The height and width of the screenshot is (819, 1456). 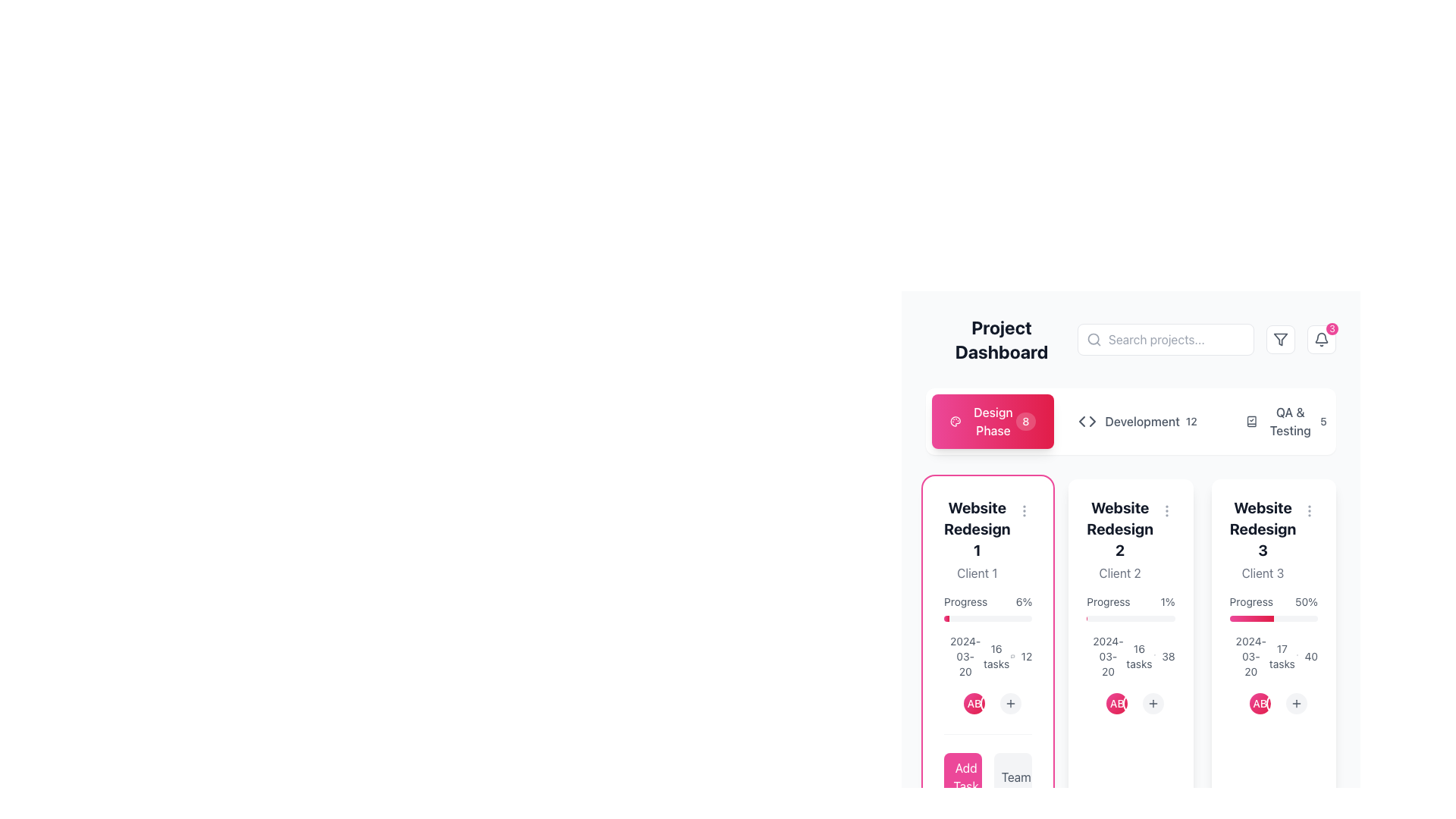 I want to click on the interactive button that adds a new action or item in the 'Website Redesign 3' section, so click(x=1295, y=704).